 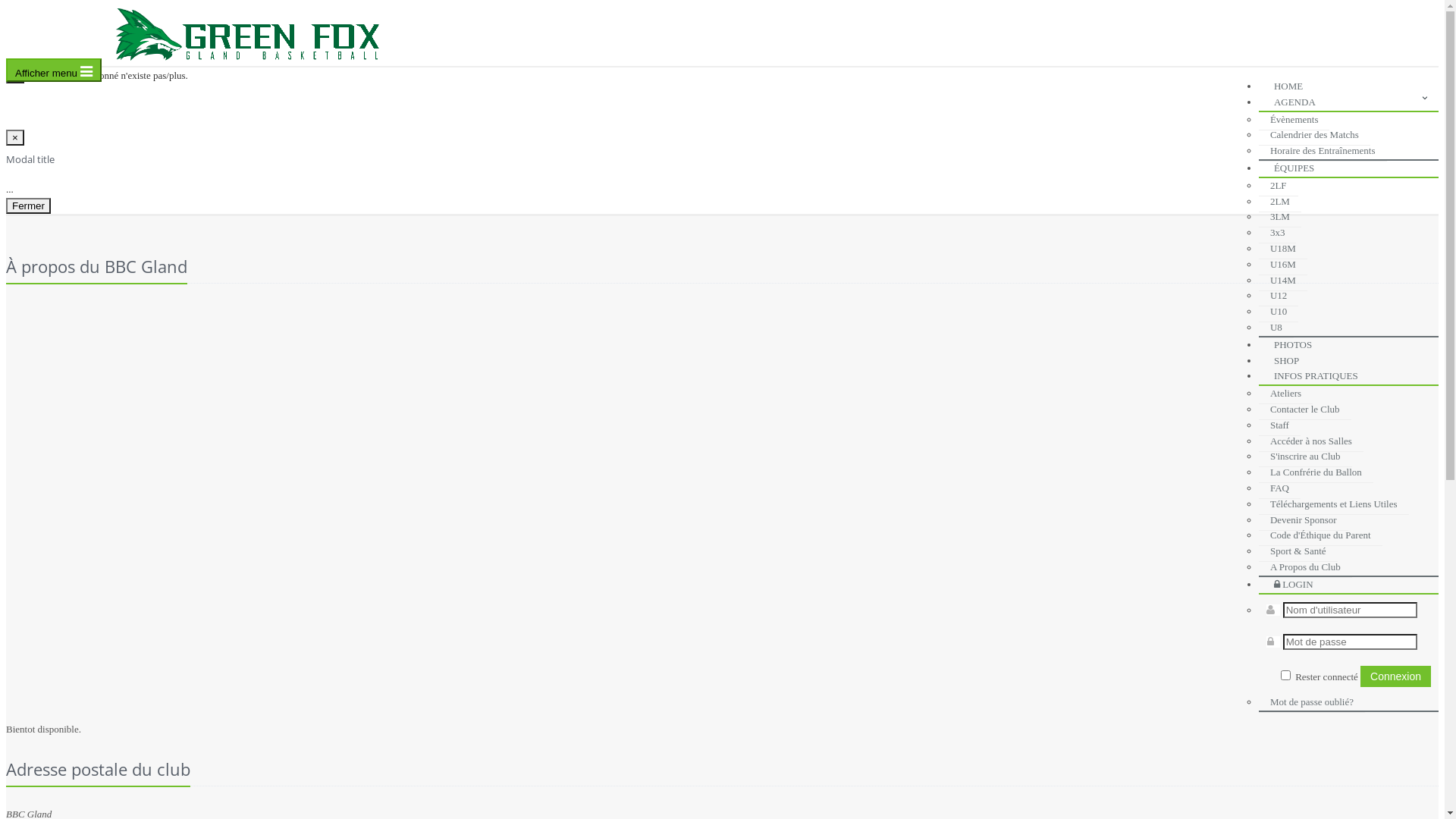 I want to click on 'U12', so click(x=1277, y=295).